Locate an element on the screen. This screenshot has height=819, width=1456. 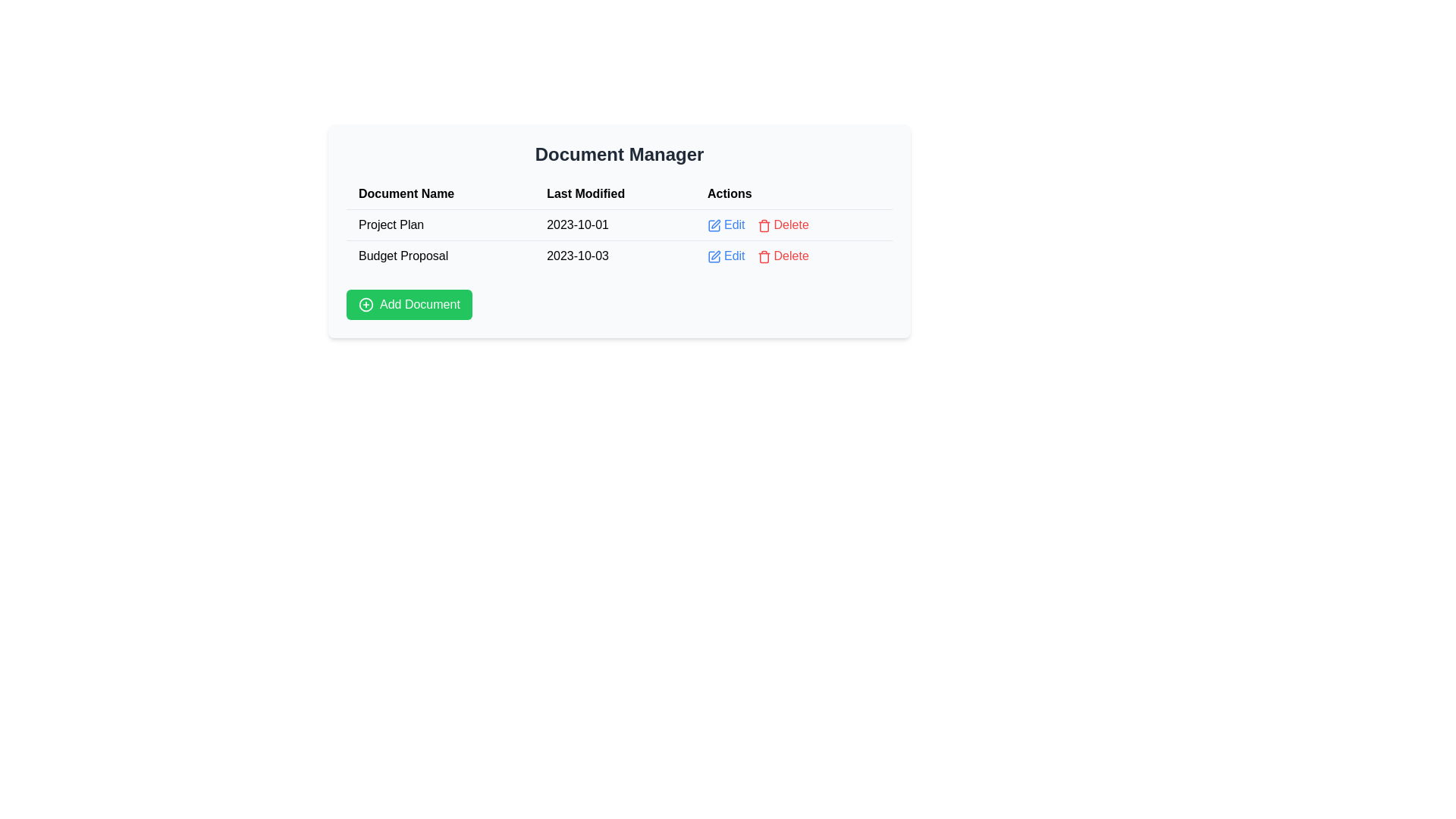
the first row of the document table, which displays information about a document including its name, last modification date, and available actions (Edit and Delete) is located at coordinates (619, 239).